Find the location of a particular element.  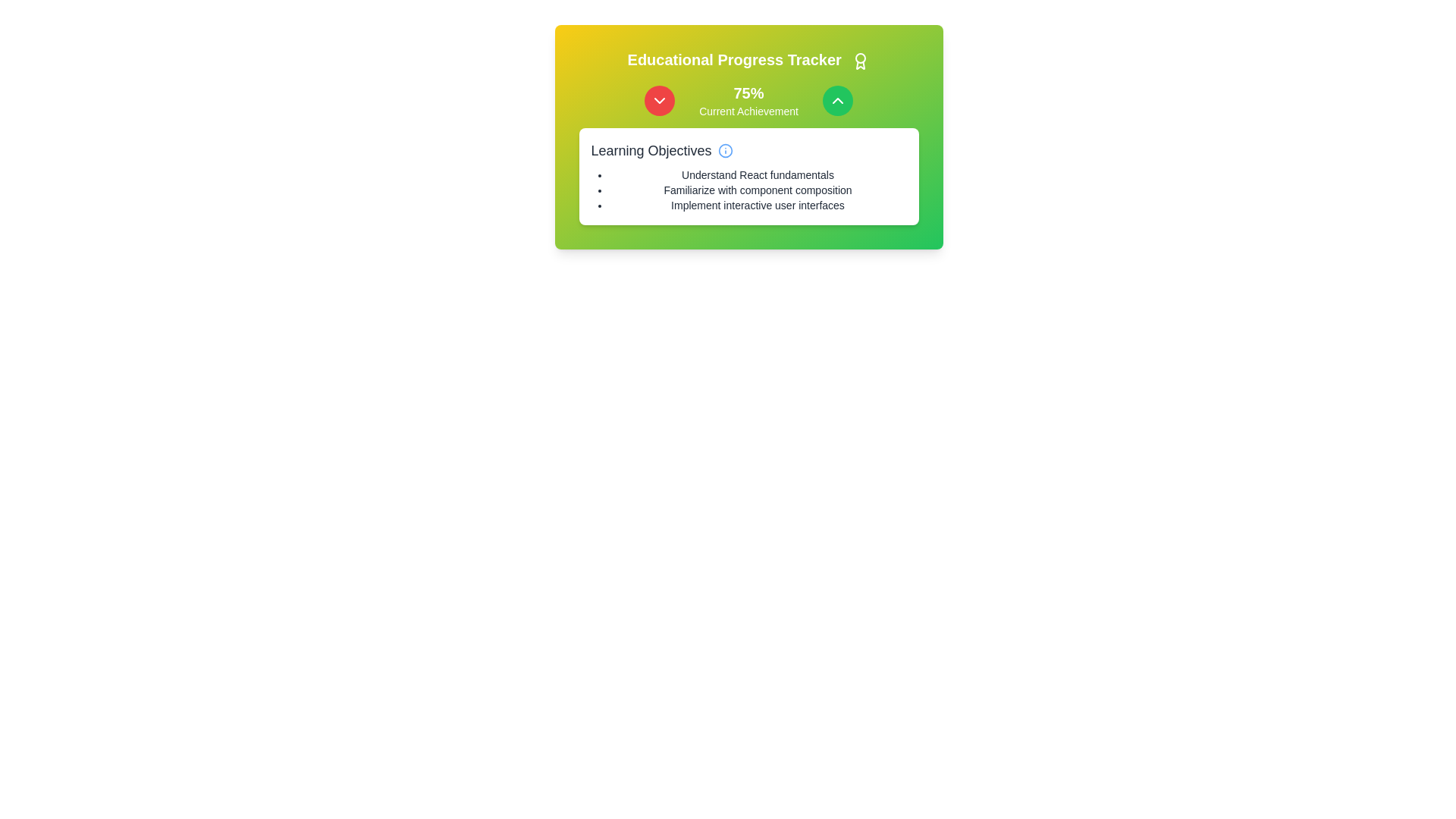

the chevron icon embedded in the circular button located in the upper left section of the 'Educational Progress Tracker' card is located at coordinates (660, 100).